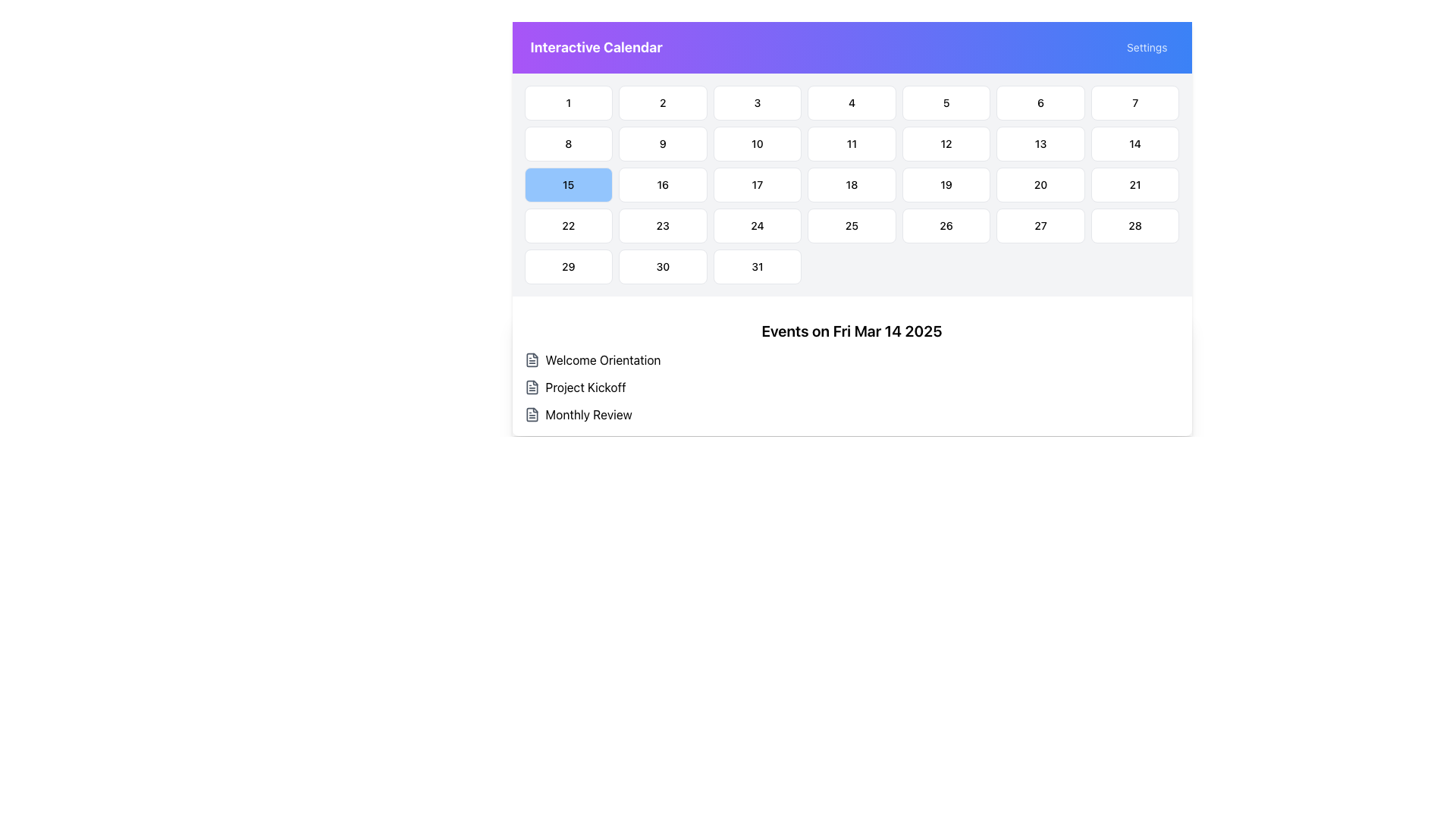 The width and height of the screenshot is (1456, 819). Describe the element at coordinates (757, 225) in the screenshot. I see `the calendar day cell displaying the number '24', which is styled with a white background and rounded corners, located in the fourth row and fourth column of the calendar grid` at that location.